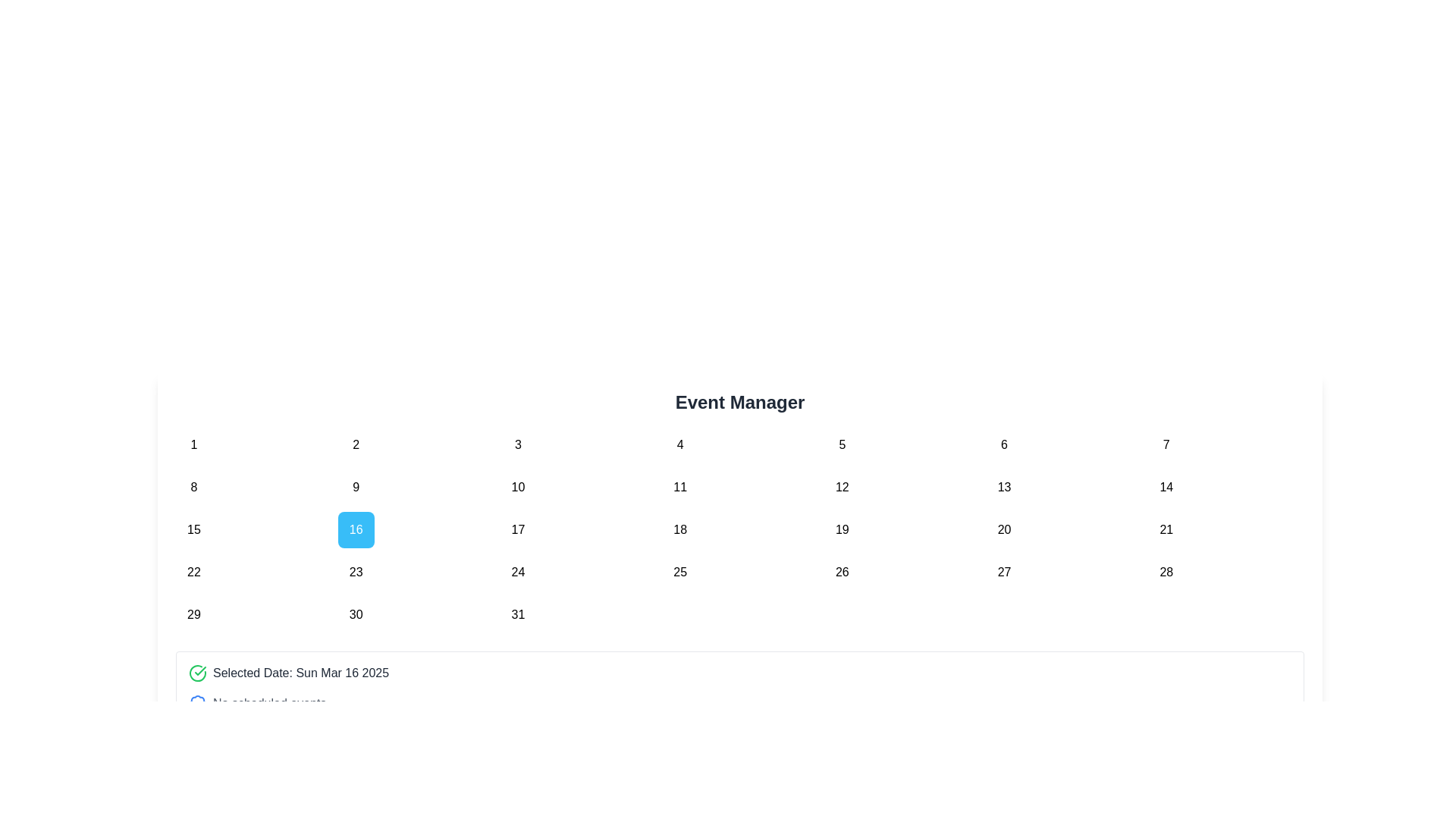  I want to click on the button labeled '8' located in the first column of the second row of the grid below the heading 'Event Manager', so click(193, 488).